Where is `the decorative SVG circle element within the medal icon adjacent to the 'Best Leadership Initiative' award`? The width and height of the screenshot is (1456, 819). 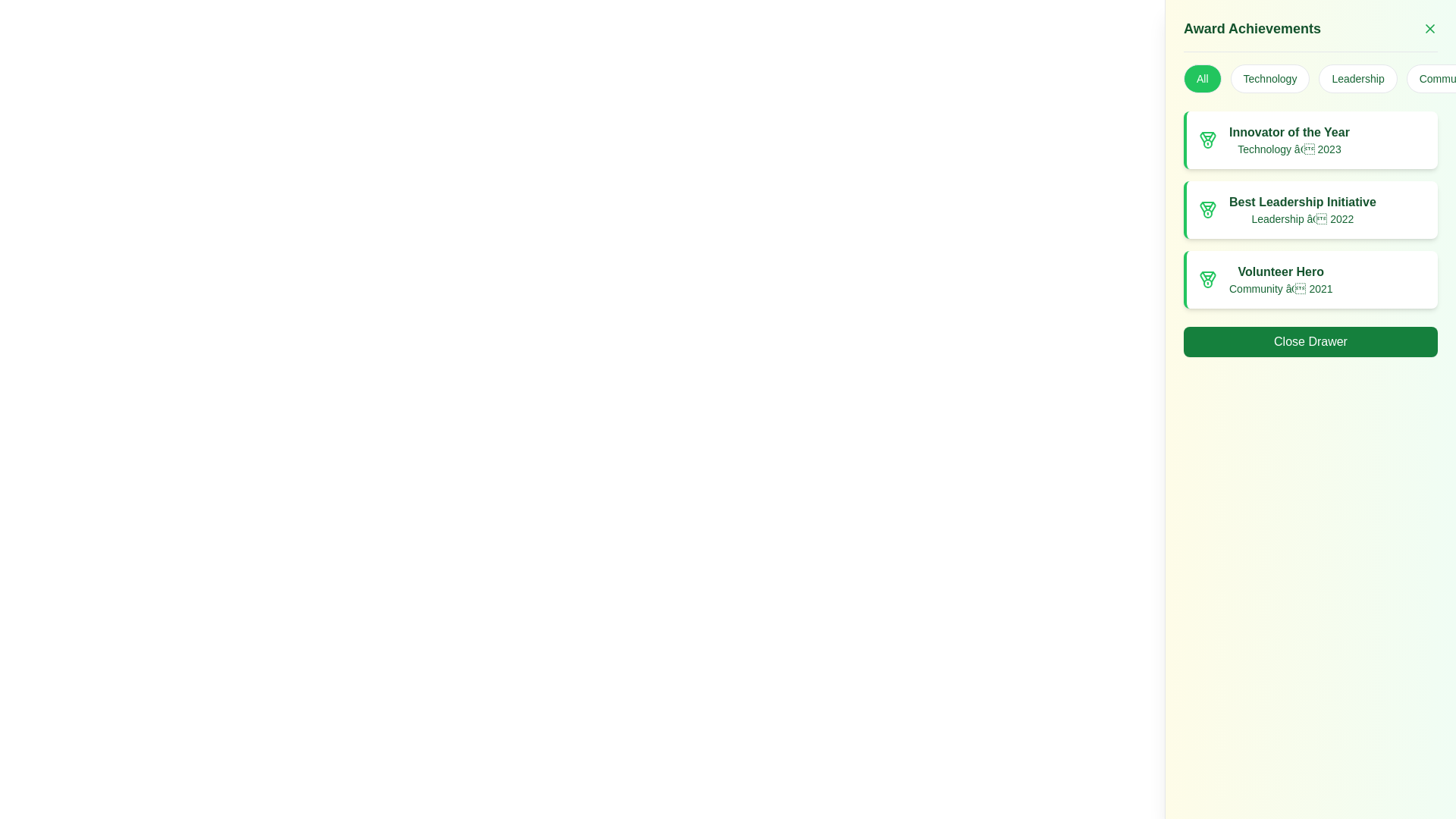
the decorative SVG circle element within the medal icon adjacent to the 'Best Leadership Initiative' award is located at coordinates (1207, 213).